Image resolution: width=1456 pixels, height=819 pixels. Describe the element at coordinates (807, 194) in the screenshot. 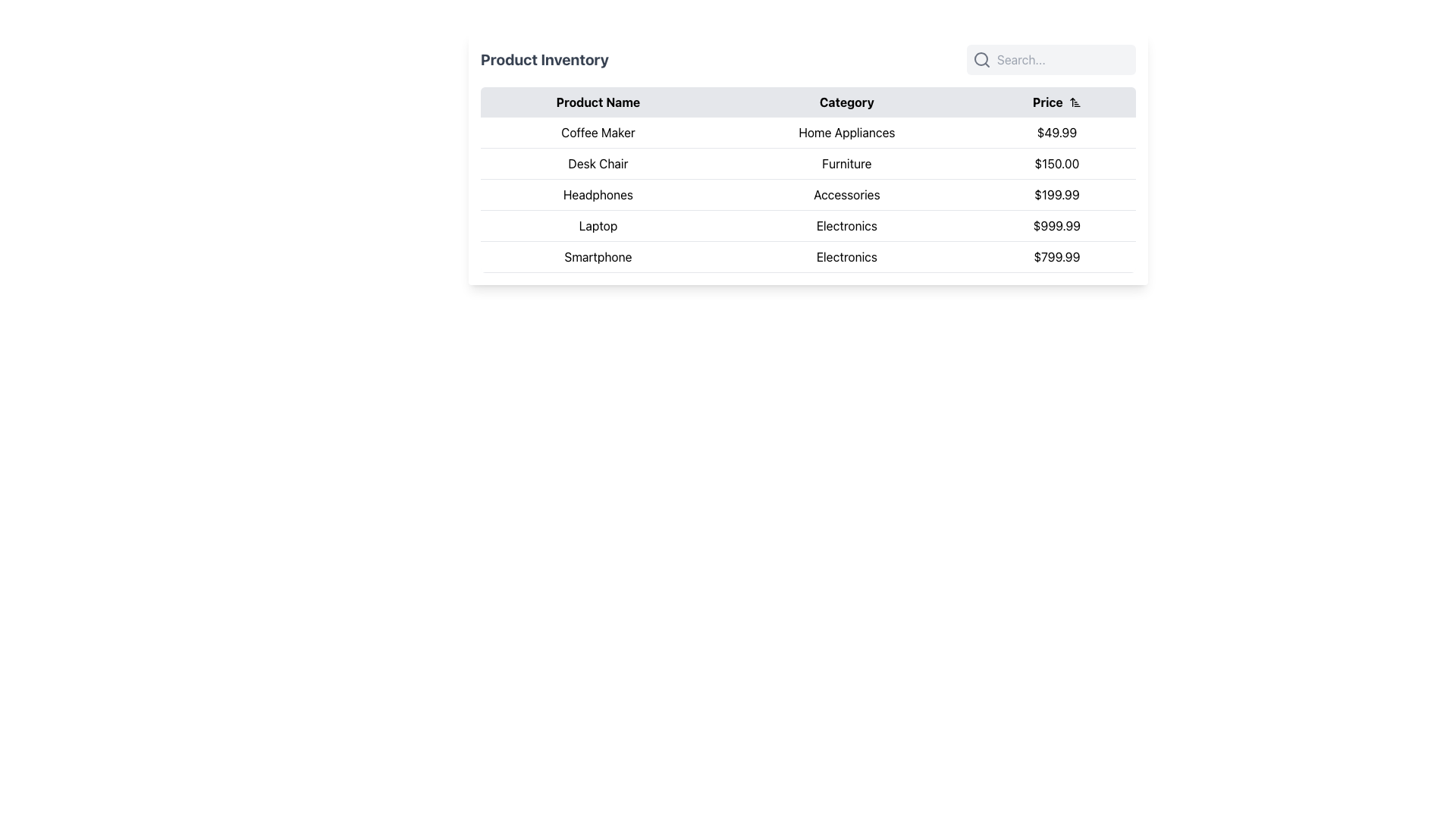

I see `to select the third row in the product inventory table, which provides information about a product's name, category, and price` at that location.